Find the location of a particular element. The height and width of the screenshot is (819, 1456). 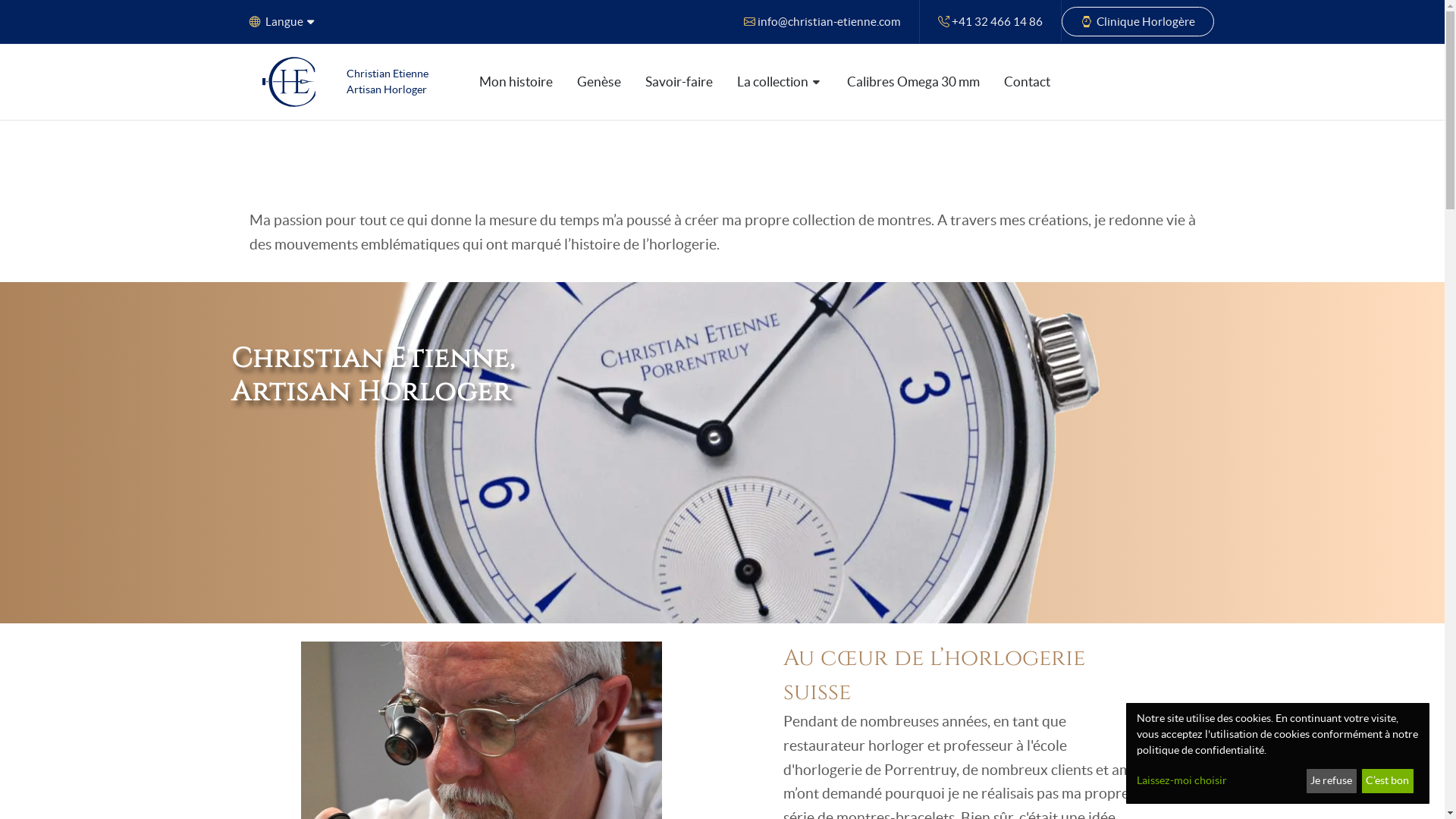

'Contact' is located at coordinates (1026, 82).